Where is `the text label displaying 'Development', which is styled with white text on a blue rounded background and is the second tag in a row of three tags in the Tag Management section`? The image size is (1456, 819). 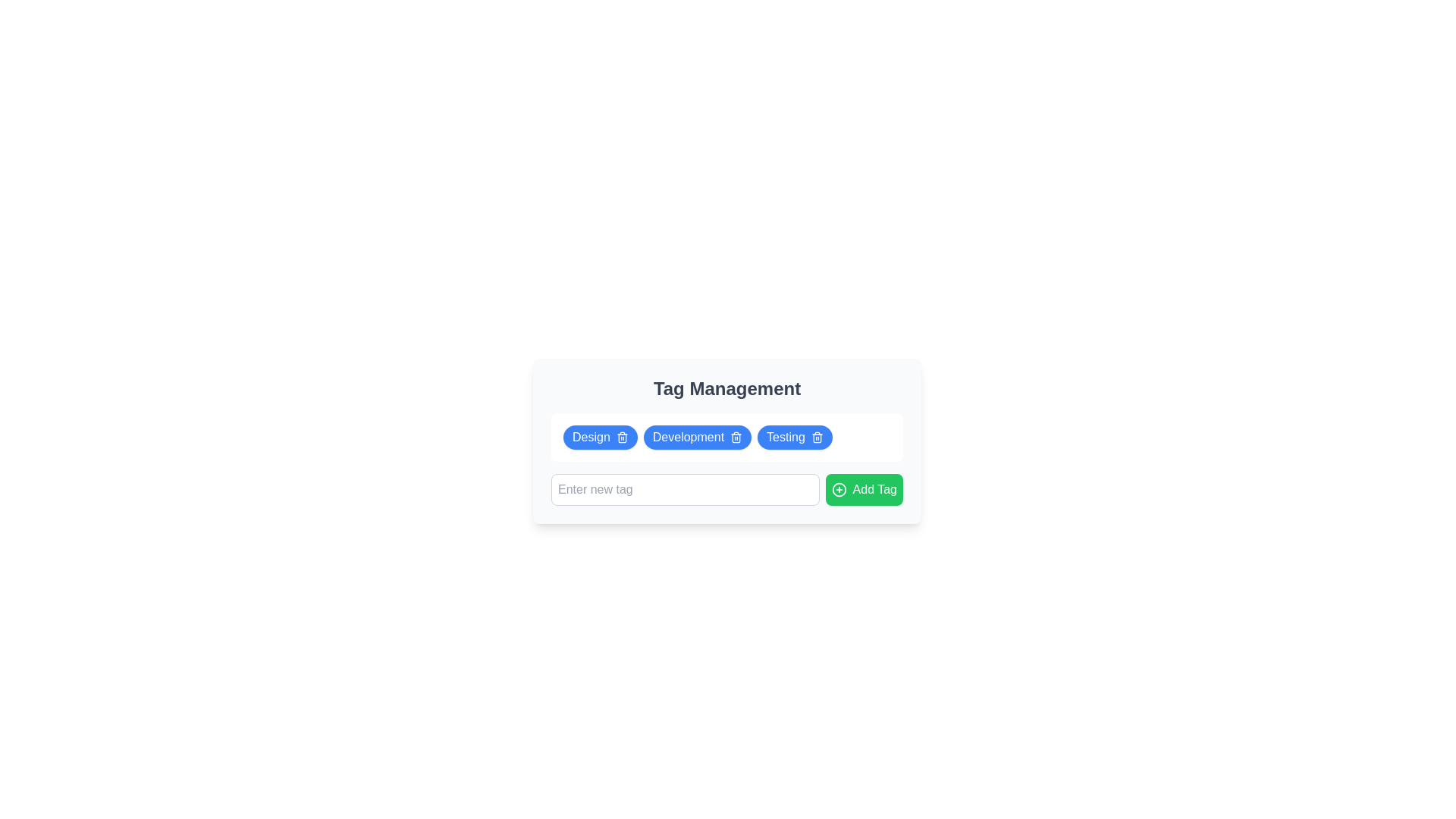
the text label displaying 'Development', which is styled with white text on a blue rounded background and is the second tag in a row of three tags in the Tag Management section is located at coordinates (687, 438).